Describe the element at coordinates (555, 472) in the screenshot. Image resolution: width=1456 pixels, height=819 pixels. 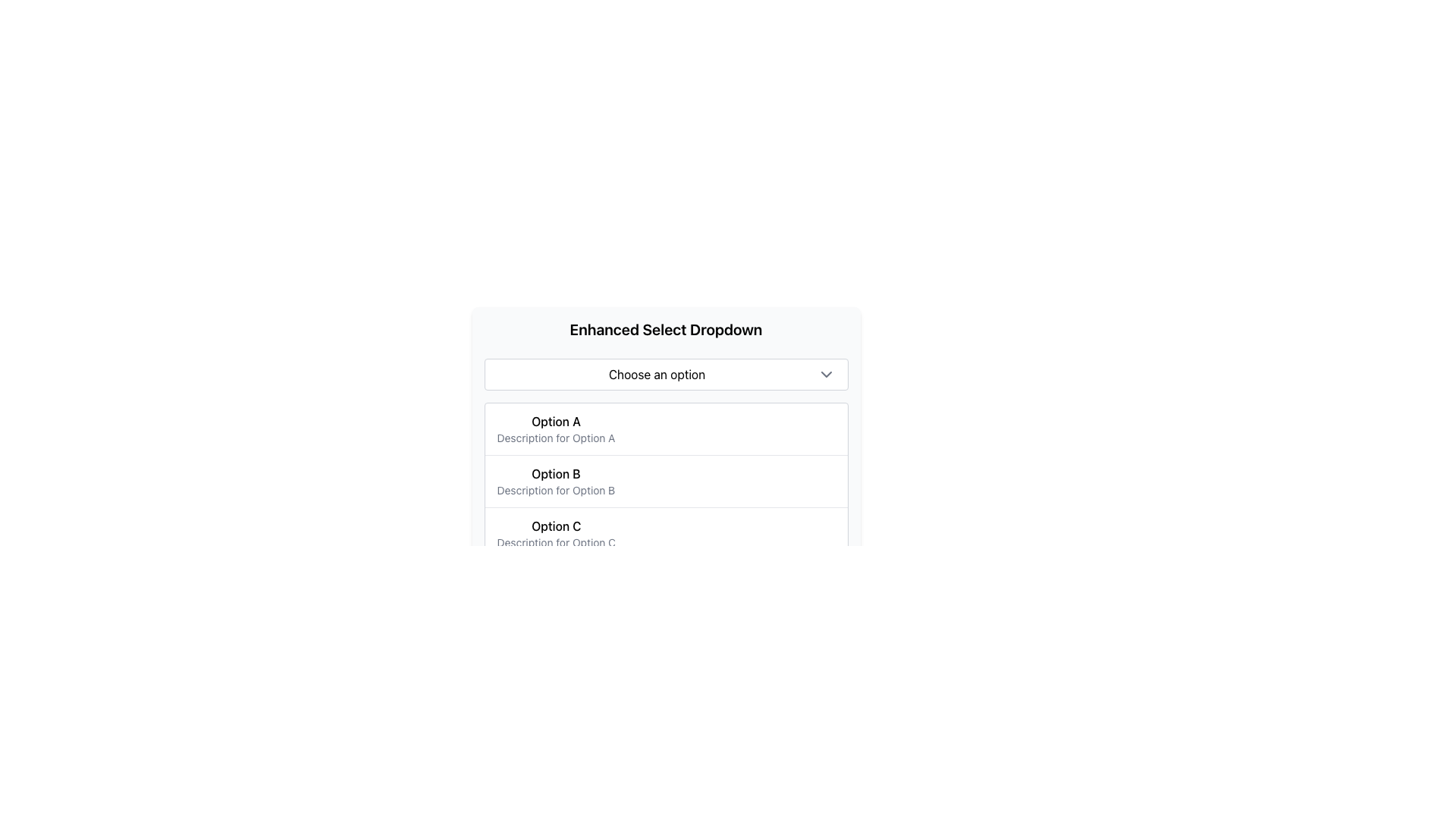
I see `the text label component representing 'Option B' within the 'Enhanced Select Dropdown' menu` at that location.